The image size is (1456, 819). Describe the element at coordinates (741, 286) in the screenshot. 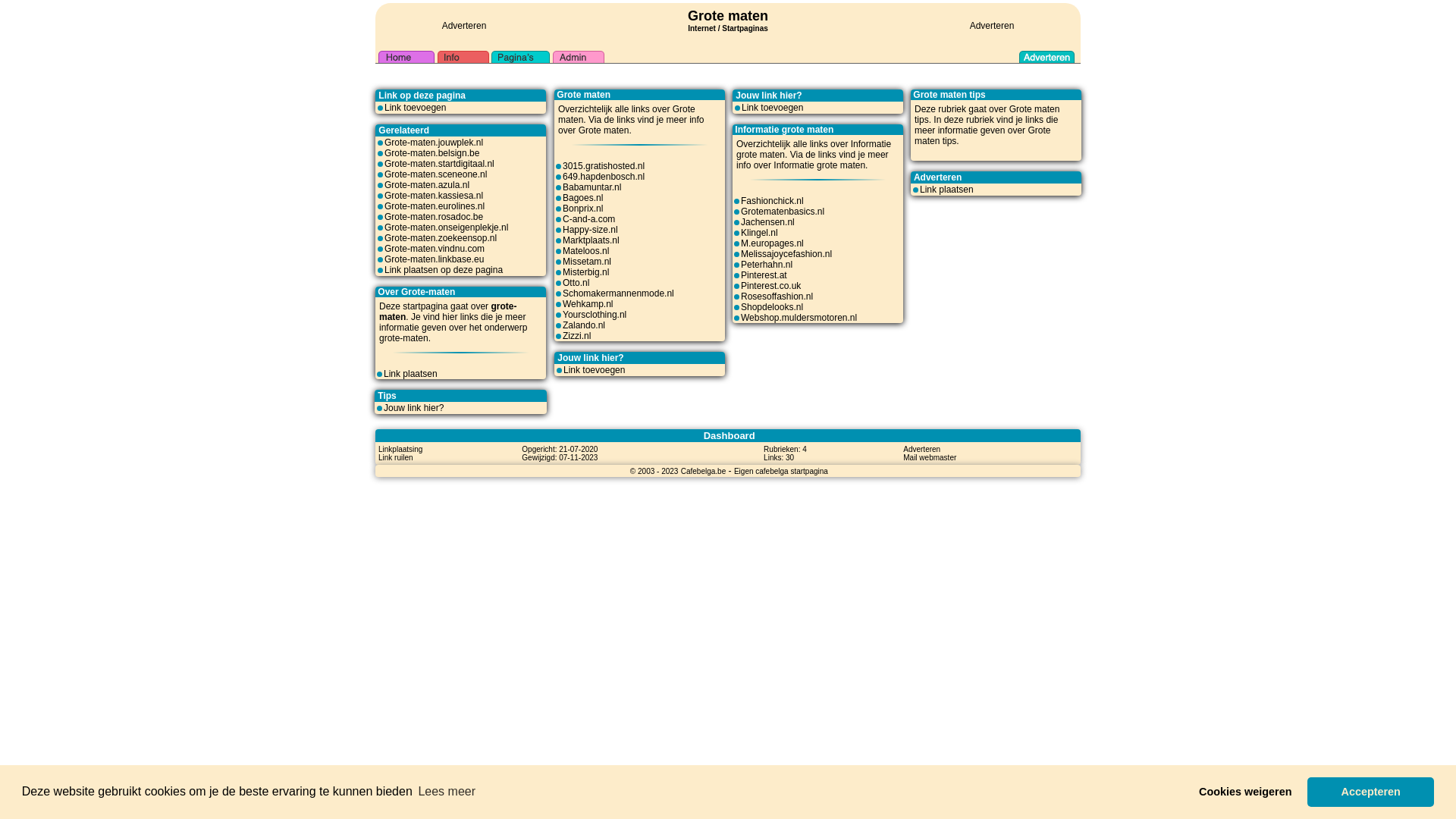

I see `'Pinterest.co.uk'` at that location.